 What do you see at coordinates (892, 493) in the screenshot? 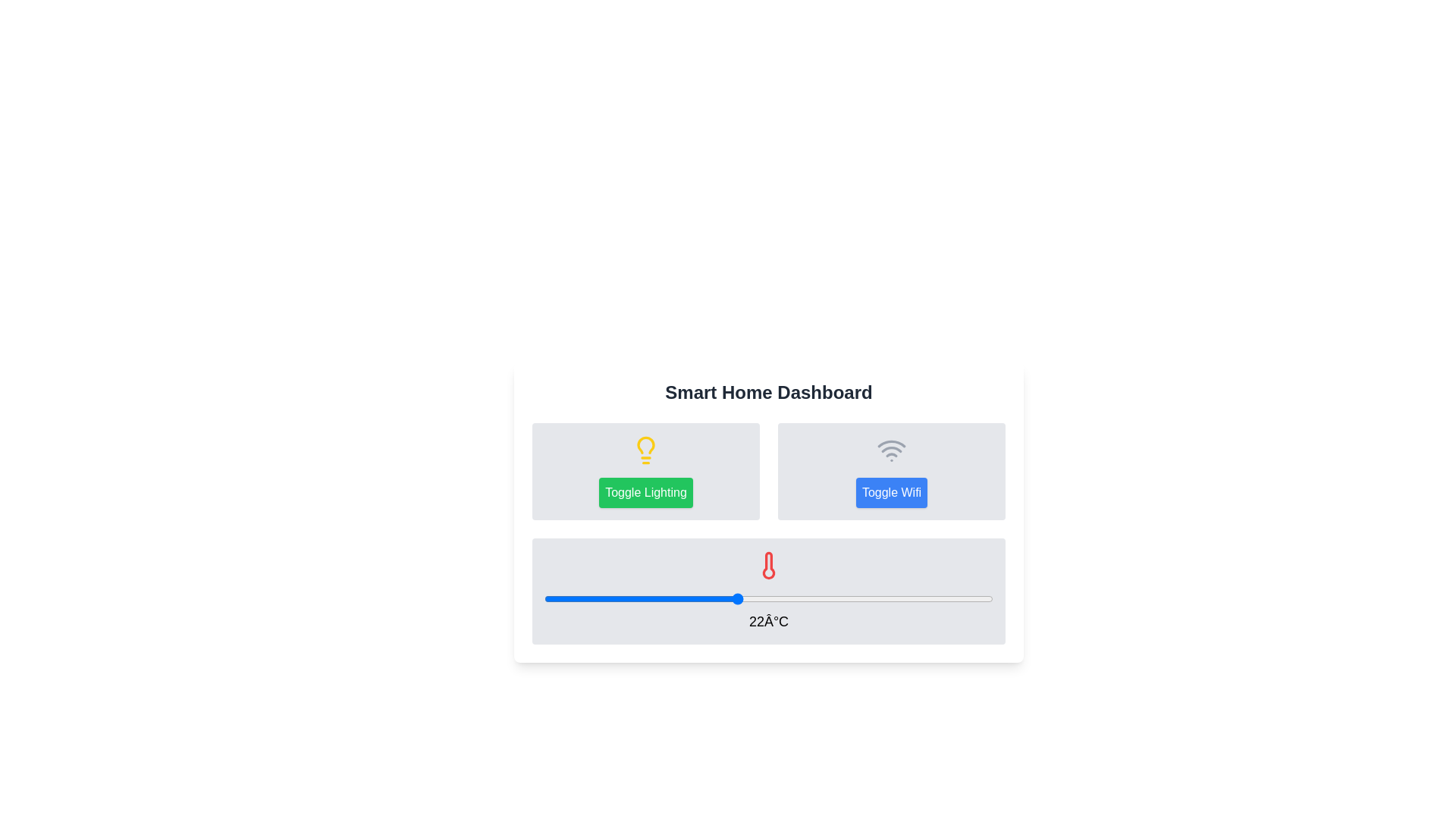
I see `the WiFi toggle button located in the top-right quadrant of the smart home dashboard, directly below the WiFi icon, to possibly view a tooltip` at bounding box center [892, 493].